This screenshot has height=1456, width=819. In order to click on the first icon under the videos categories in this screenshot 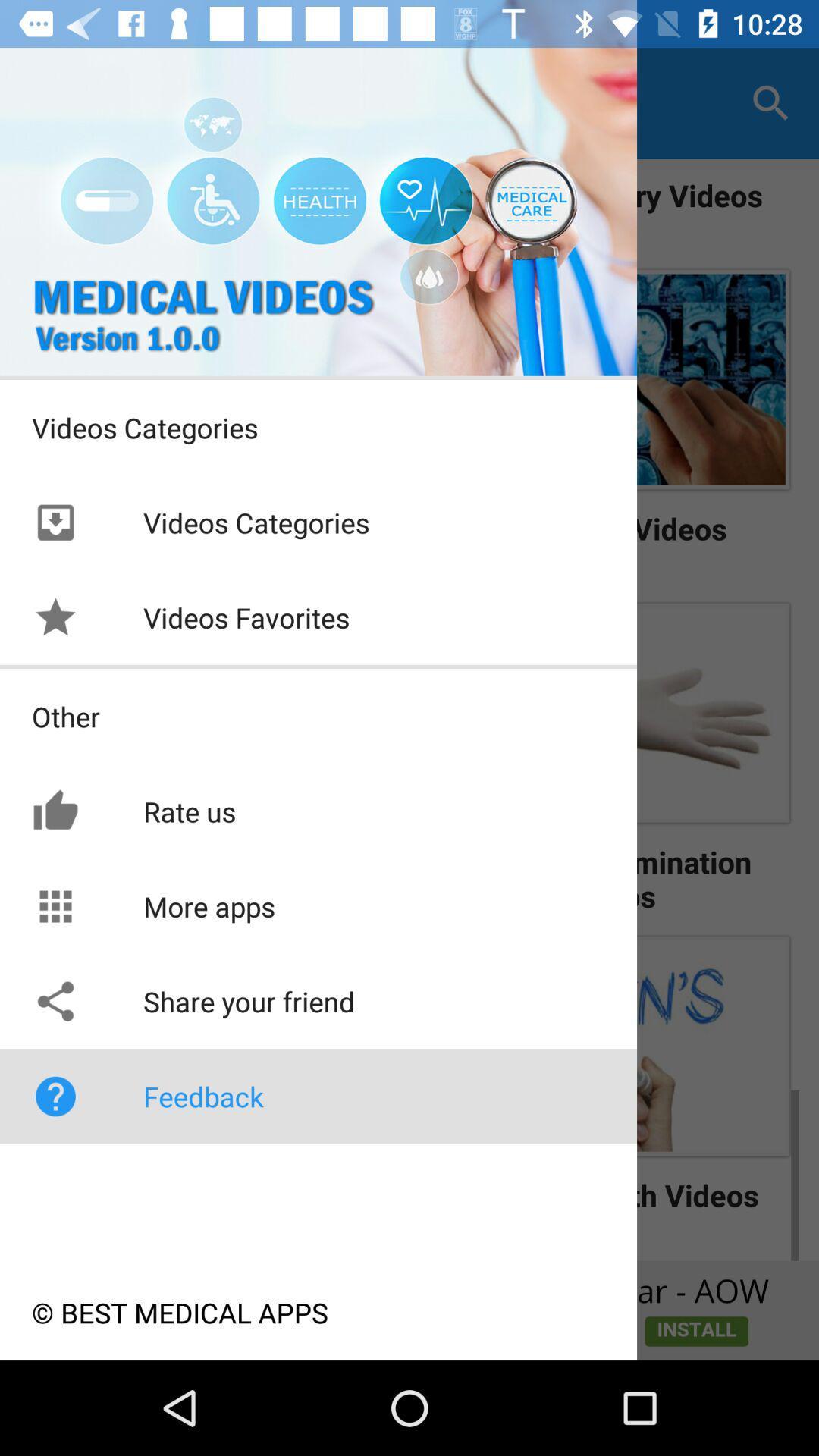, I will do `click(55, 522)`.